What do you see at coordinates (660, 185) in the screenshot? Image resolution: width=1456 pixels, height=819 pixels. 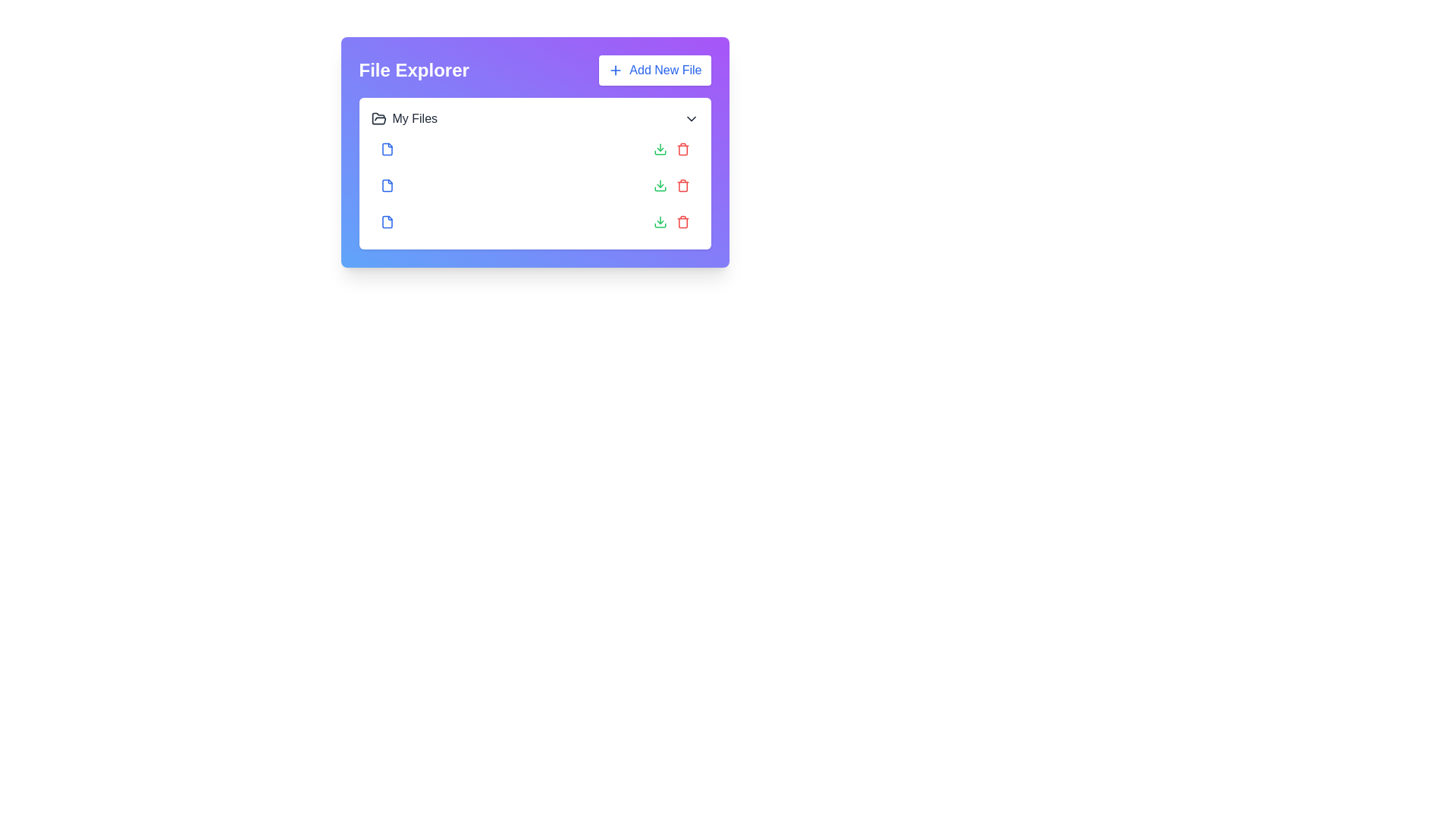 I see `the Download button/icon located in the second visible row of the file list in the File Explorer interface to initiate the download action` at bounding box center [660, 185].